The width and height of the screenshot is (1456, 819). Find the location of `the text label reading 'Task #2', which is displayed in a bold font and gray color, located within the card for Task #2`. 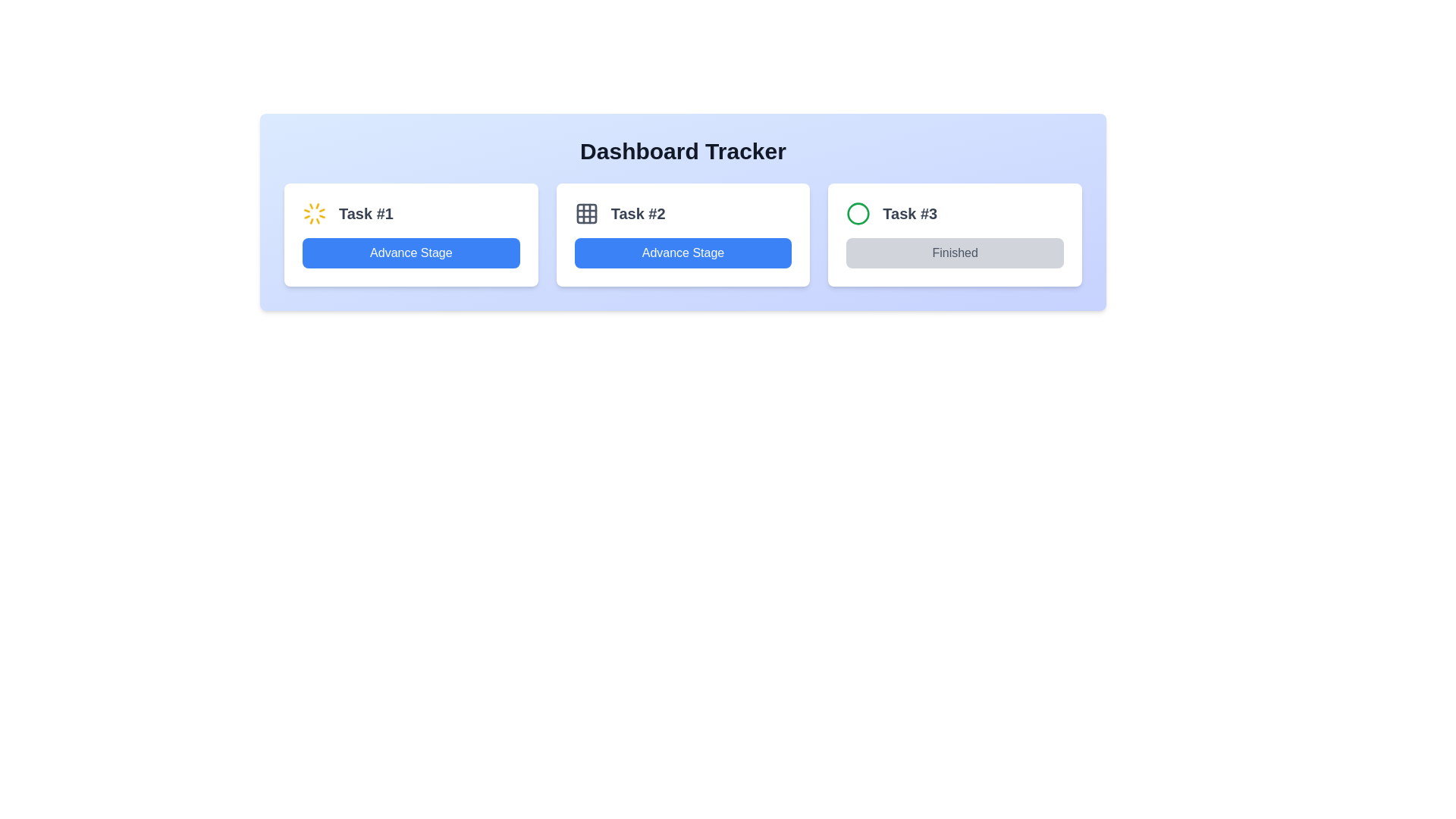

the text label reading 'Task #2', which is displayed in a bold font and gray color, located within the card for Task #2 is located at coordinates (638, 213).